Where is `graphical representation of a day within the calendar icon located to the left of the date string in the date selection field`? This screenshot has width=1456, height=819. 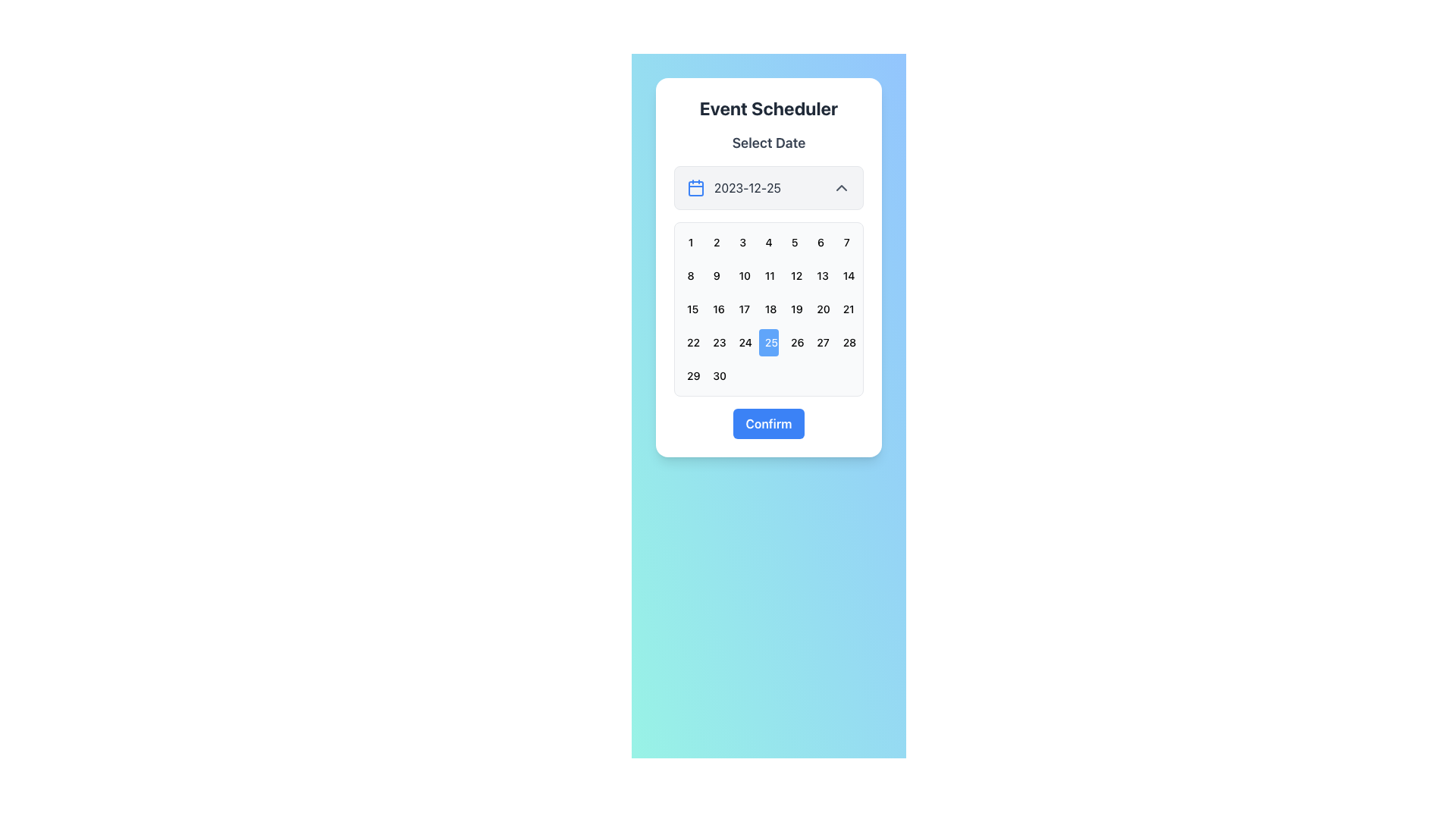
graphical representation of a day within the calendar icon located to the left of the date string in the date selection field is located at coordinates (695, 188).